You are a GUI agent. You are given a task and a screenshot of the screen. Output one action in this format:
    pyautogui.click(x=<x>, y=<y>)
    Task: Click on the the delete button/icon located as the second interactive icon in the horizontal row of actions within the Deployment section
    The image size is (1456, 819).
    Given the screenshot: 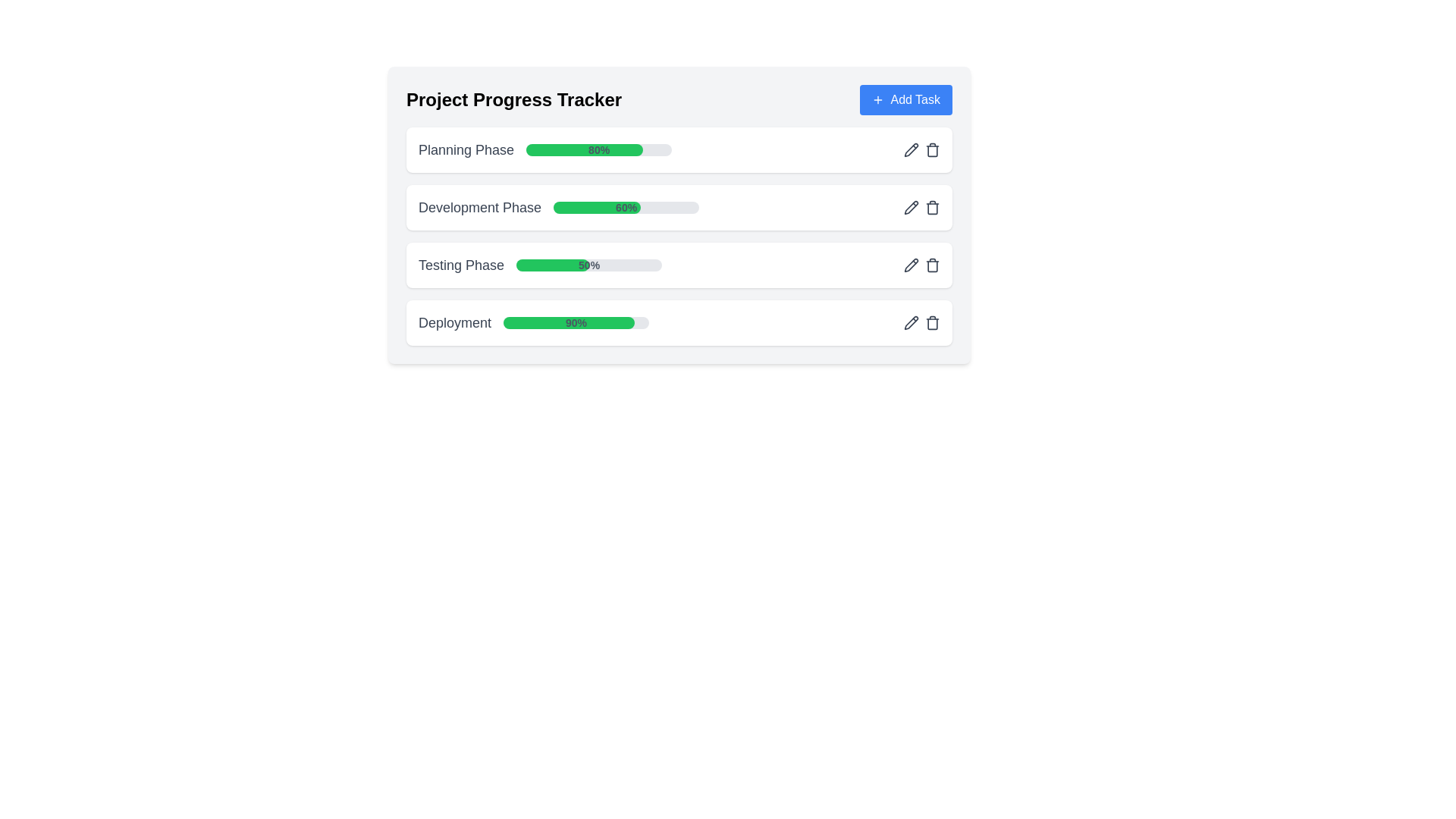 What is the action you would take?
    pyautogui.click(x=931, y=322)
    